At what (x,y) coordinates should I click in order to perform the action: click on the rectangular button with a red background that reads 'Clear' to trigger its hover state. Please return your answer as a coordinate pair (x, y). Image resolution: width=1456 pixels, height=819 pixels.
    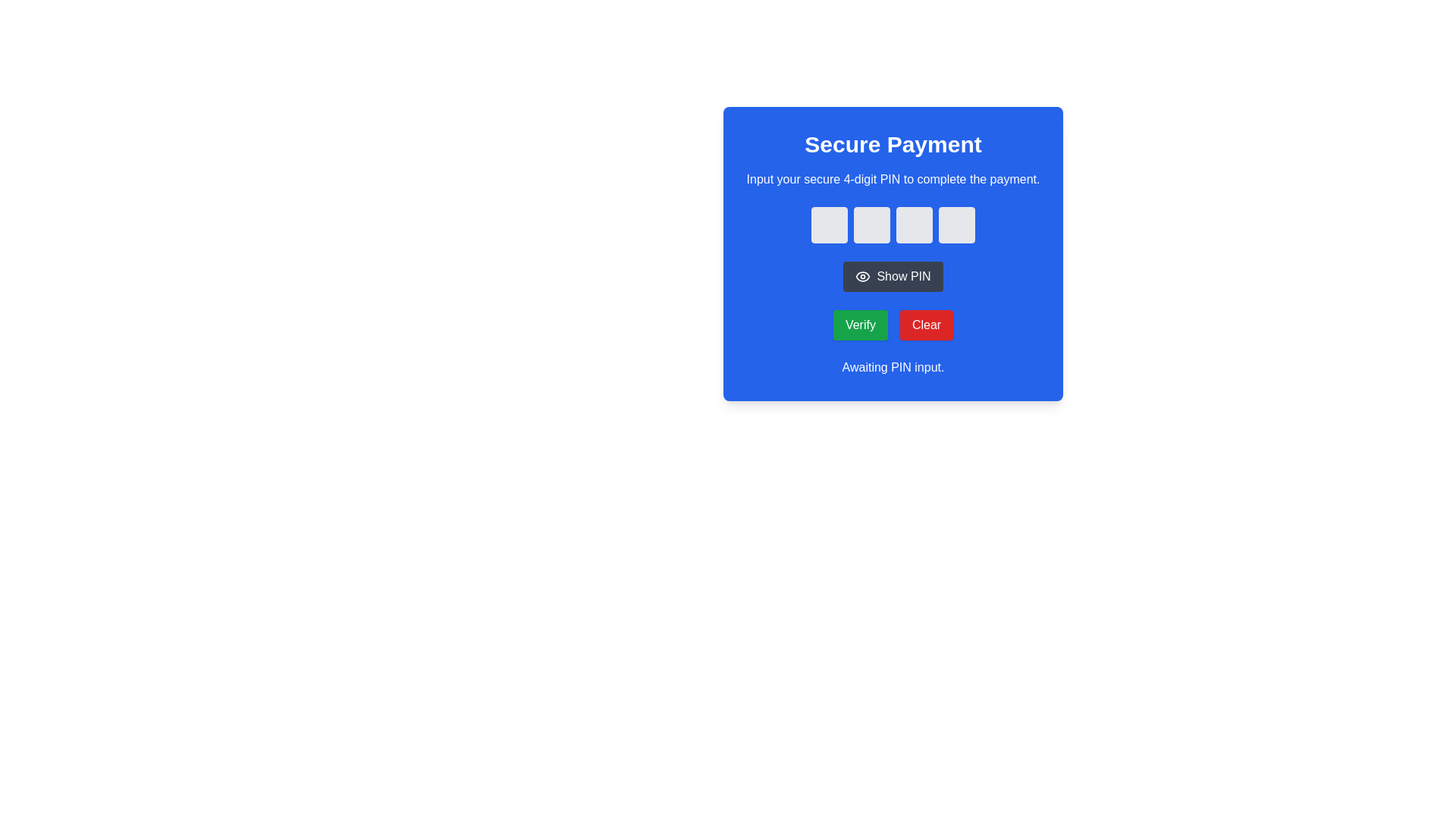
    Looking at the image, I should click on (926, 324).